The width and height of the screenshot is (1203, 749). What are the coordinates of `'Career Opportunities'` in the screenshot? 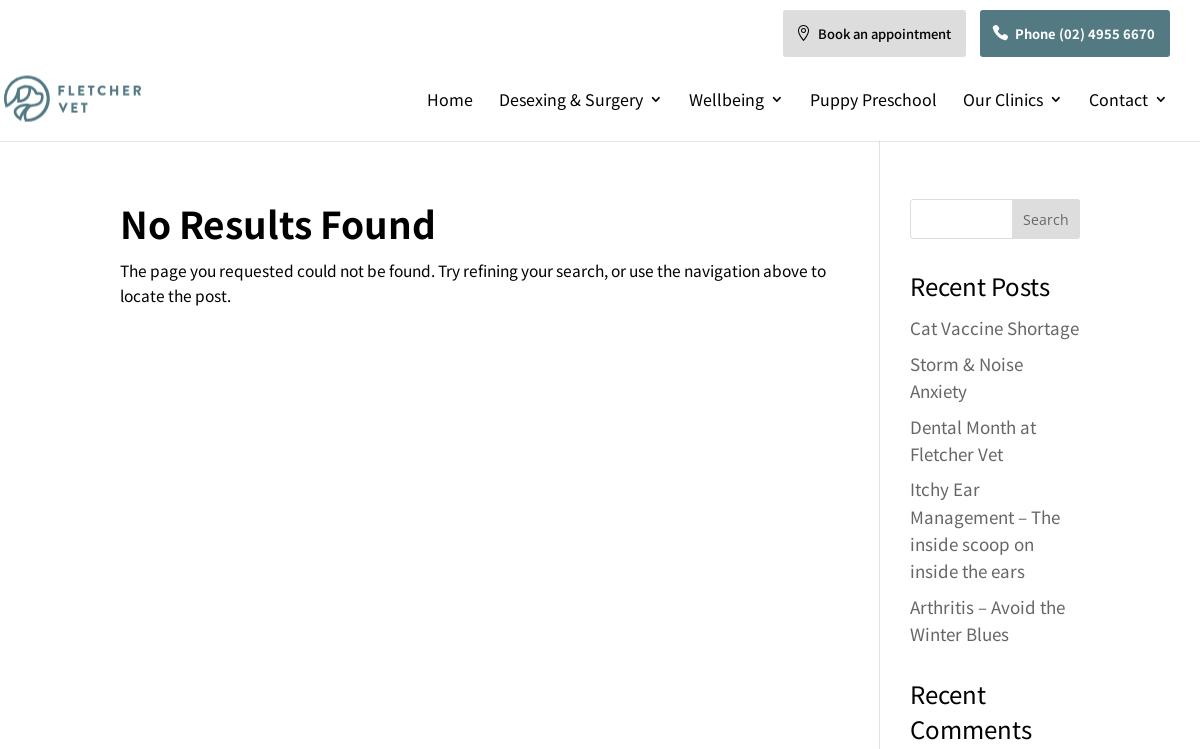 It's located at (1068, 264).